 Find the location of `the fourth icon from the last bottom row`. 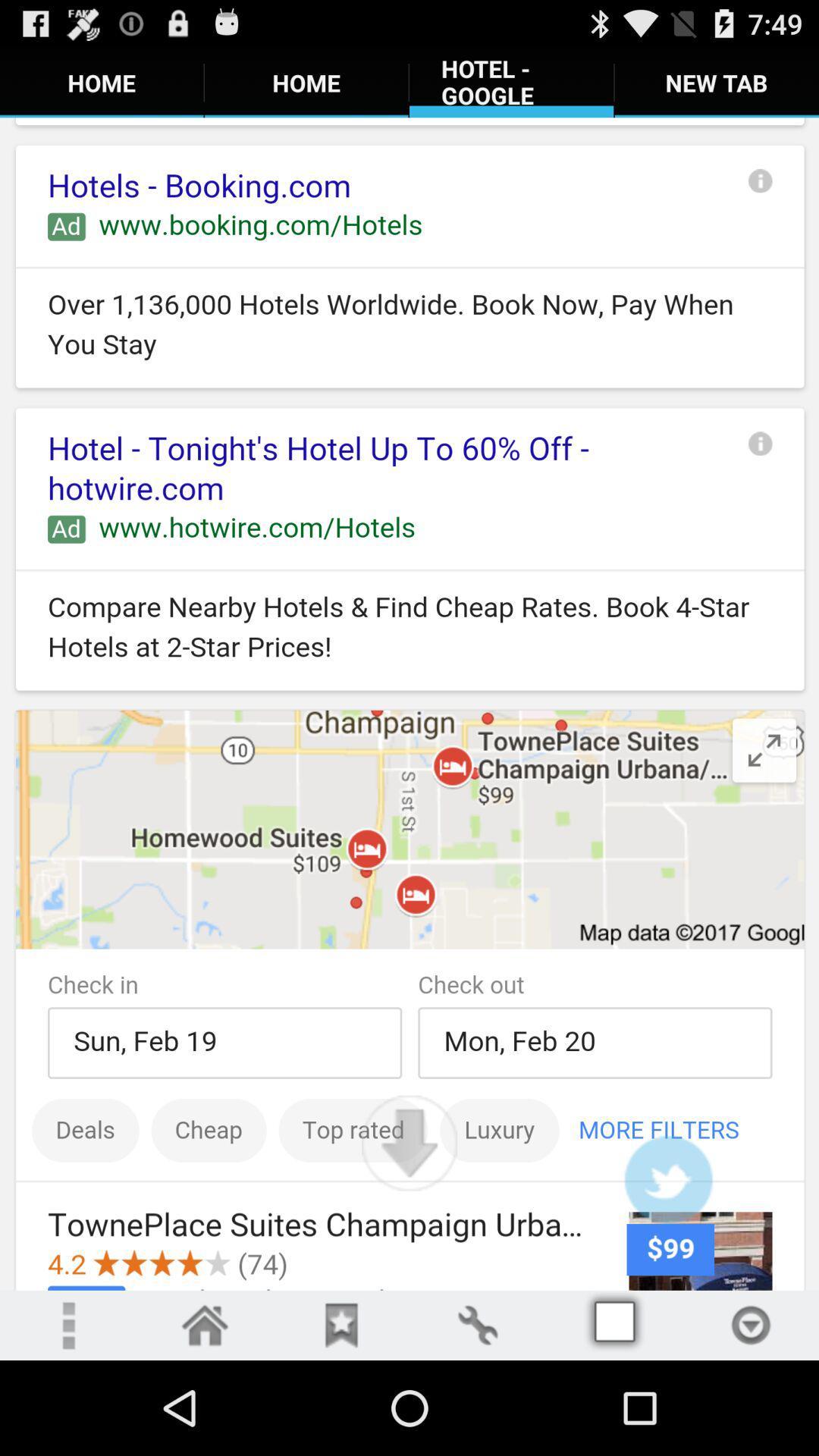

the fourth icon from the last bottom row is located at coordinates (476, 1324).